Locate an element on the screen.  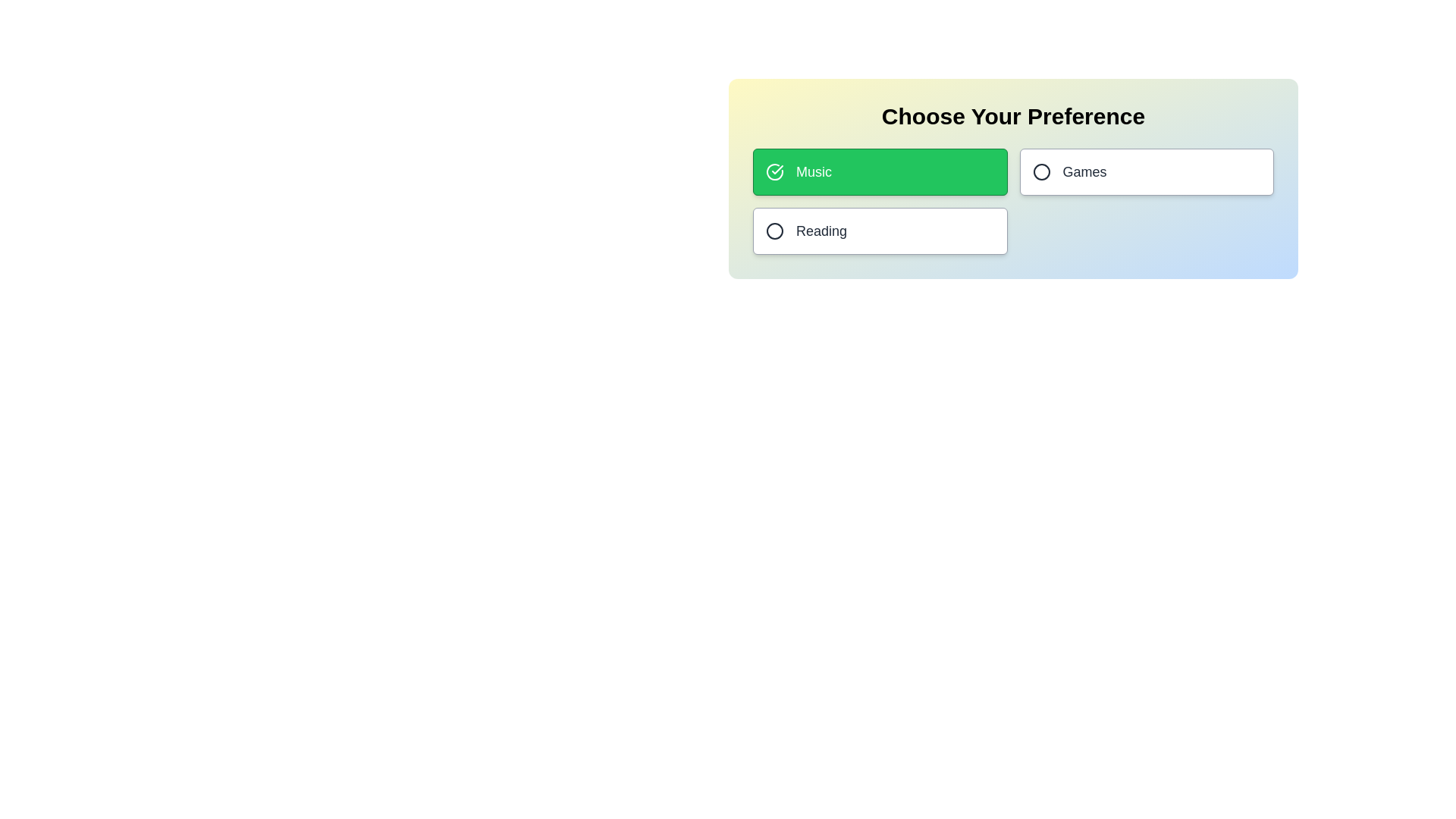
the 'Music' selection button located in the top-left corner of the grid layout is located at coordinates (880, 171).